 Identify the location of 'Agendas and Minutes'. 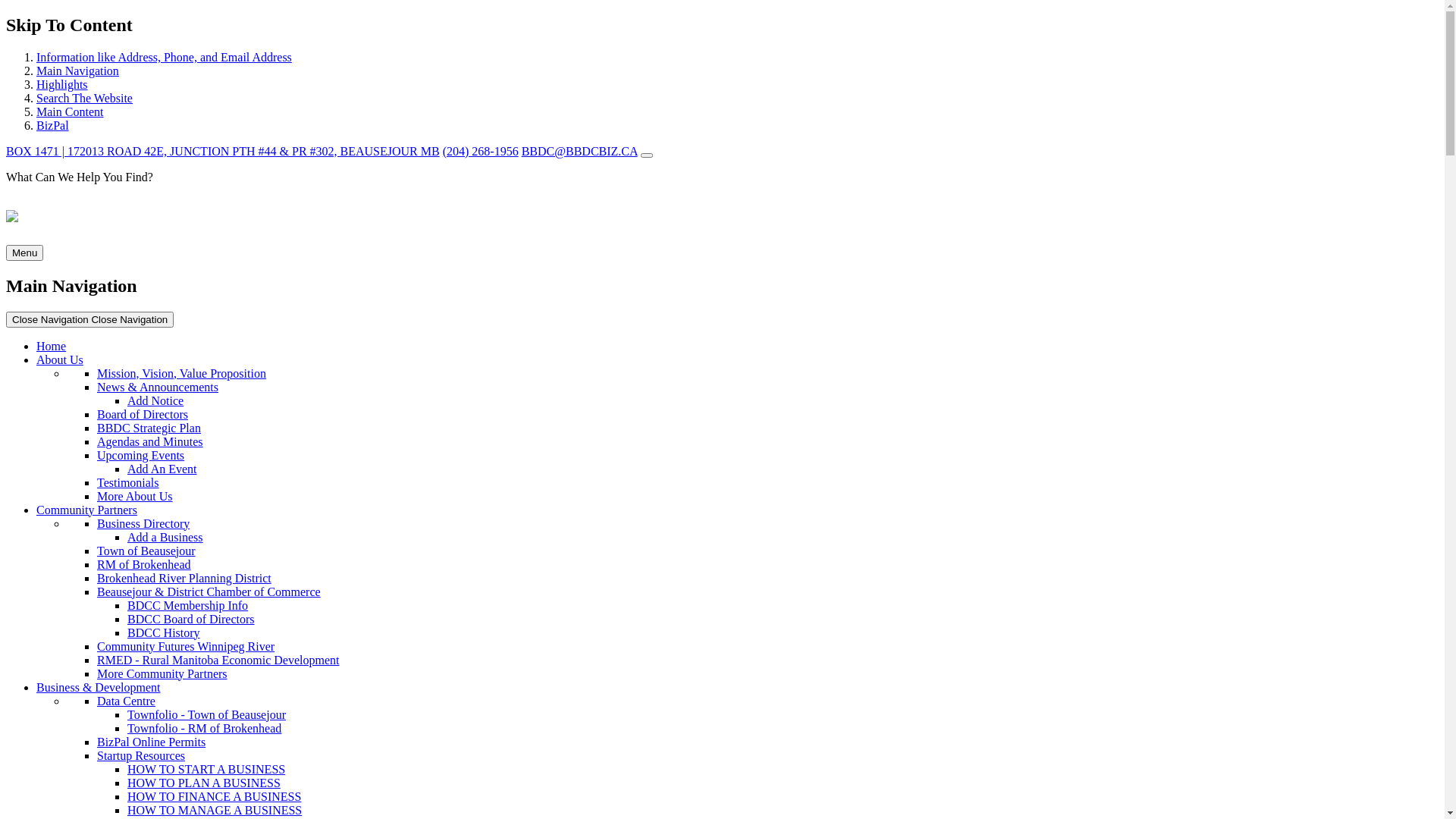
(149, 441).